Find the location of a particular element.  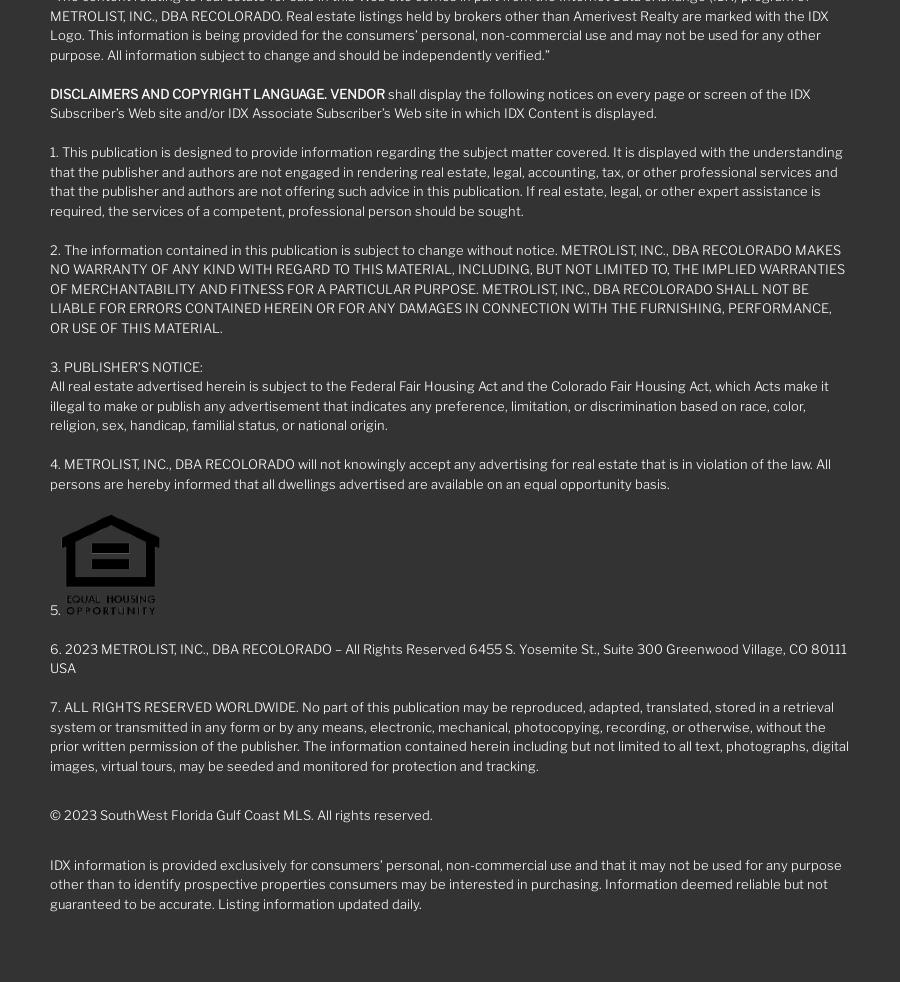

'IDX information is provided exclusively for consumers’ personal, non-commercial use and that it may not be used for any purpose other than to identify prospective properties consumers may be interested in purchasing. Information deemed reliable but not guaranteed to be accurate. Listing information updated daily.' is located at coordinates (446, 883).